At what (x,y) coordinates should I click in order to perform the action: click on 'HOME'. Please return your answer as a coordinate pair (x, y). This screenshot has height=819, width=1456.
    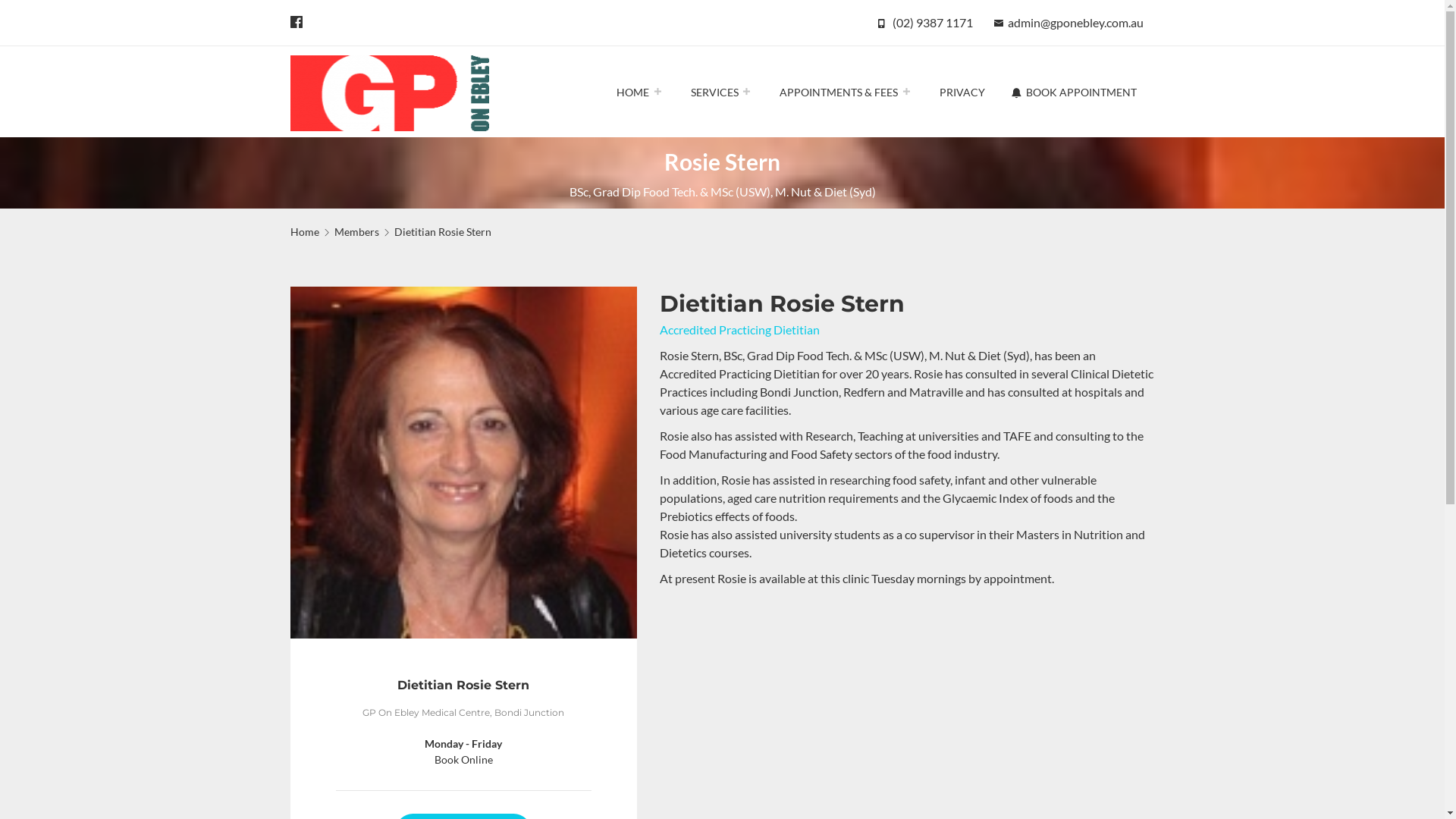
    Looking at the image, I should click on (639, 91).